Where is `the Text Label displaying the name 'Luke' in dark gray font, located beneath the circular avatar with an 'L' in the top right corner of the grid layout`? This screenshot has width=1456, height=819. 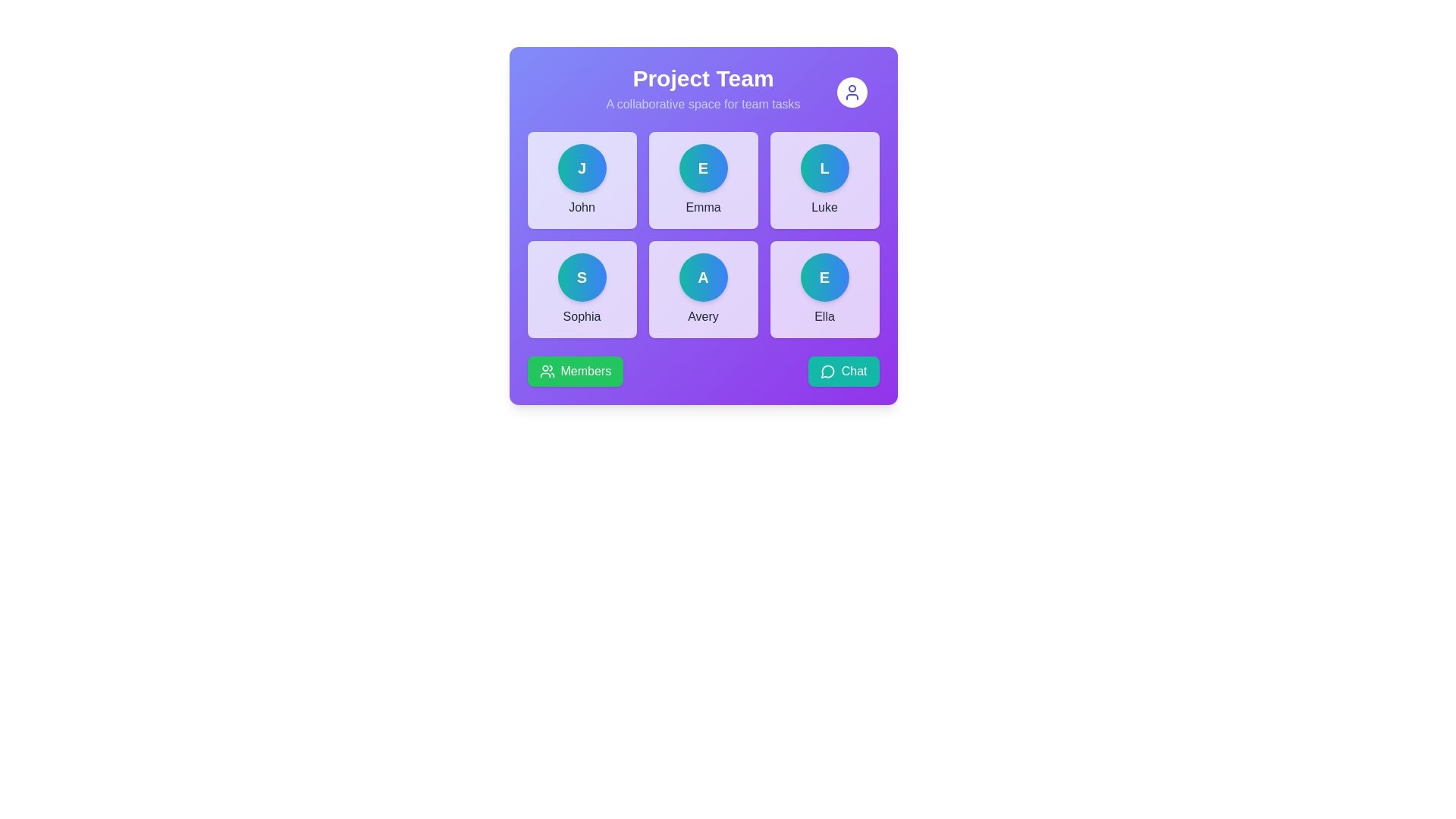
the Text Label displaying the name 'Luke' in dark gray font, located beneath the circular avatar with an 'L' in the top right corner of the grid layout is located at coordinates (824, 207).